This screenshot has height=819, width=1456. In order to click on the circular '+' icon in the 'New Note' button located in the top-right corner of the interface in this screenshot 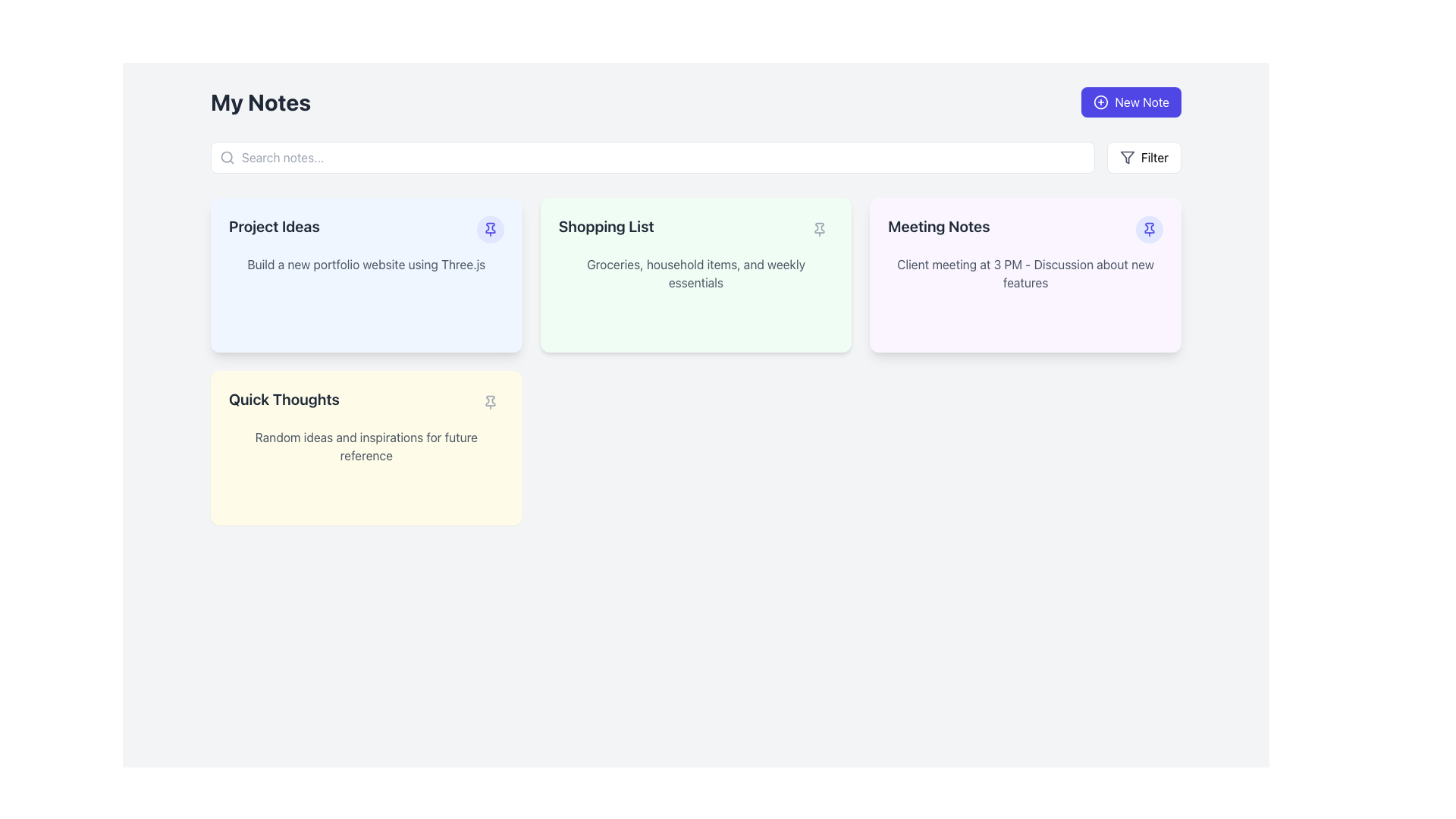, I will do `click(1101, 102)`.